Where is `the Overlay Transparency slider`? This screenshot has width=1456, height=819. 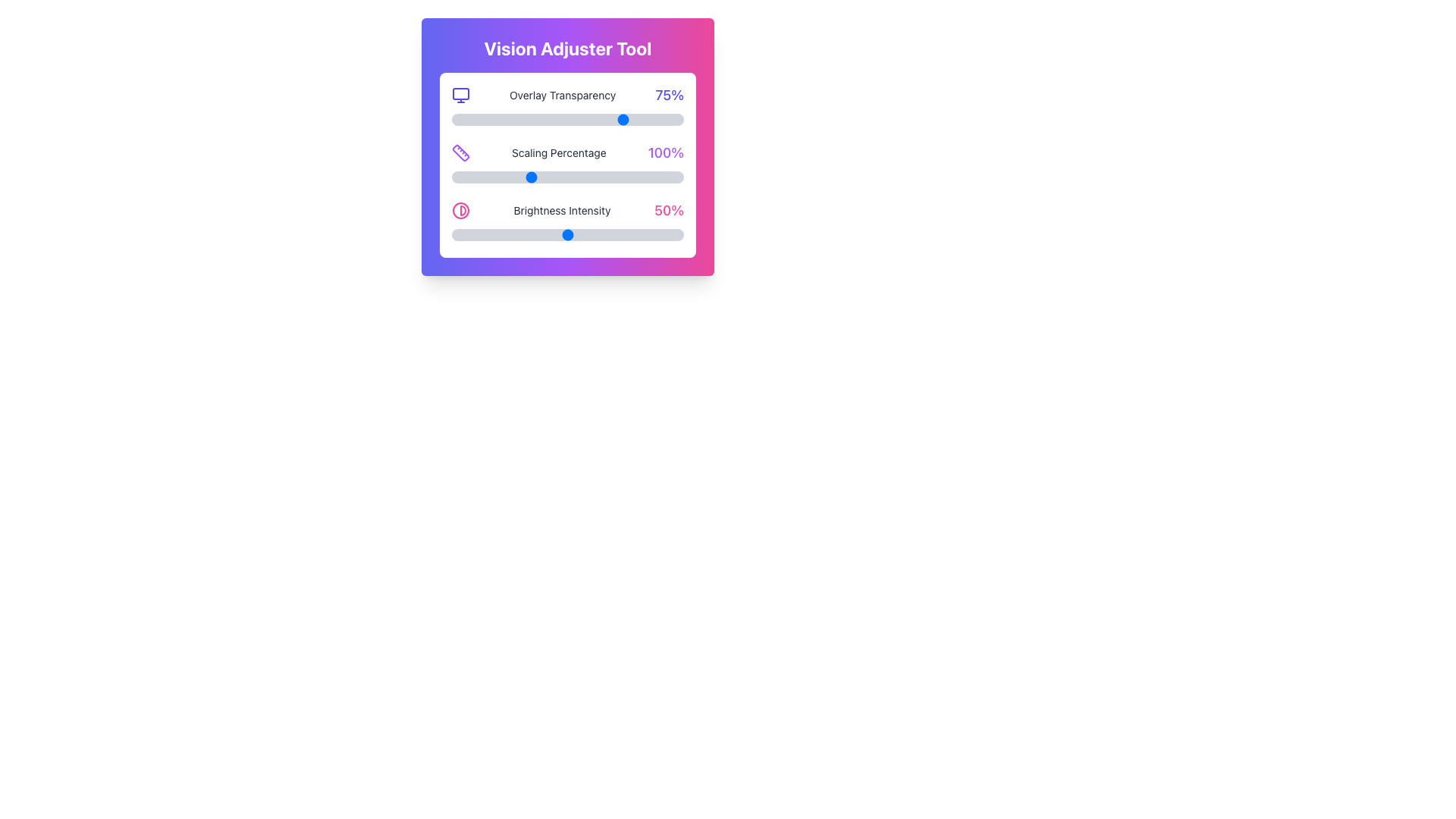 the Overlay Transparency slider is located at coordinates (519, 119).